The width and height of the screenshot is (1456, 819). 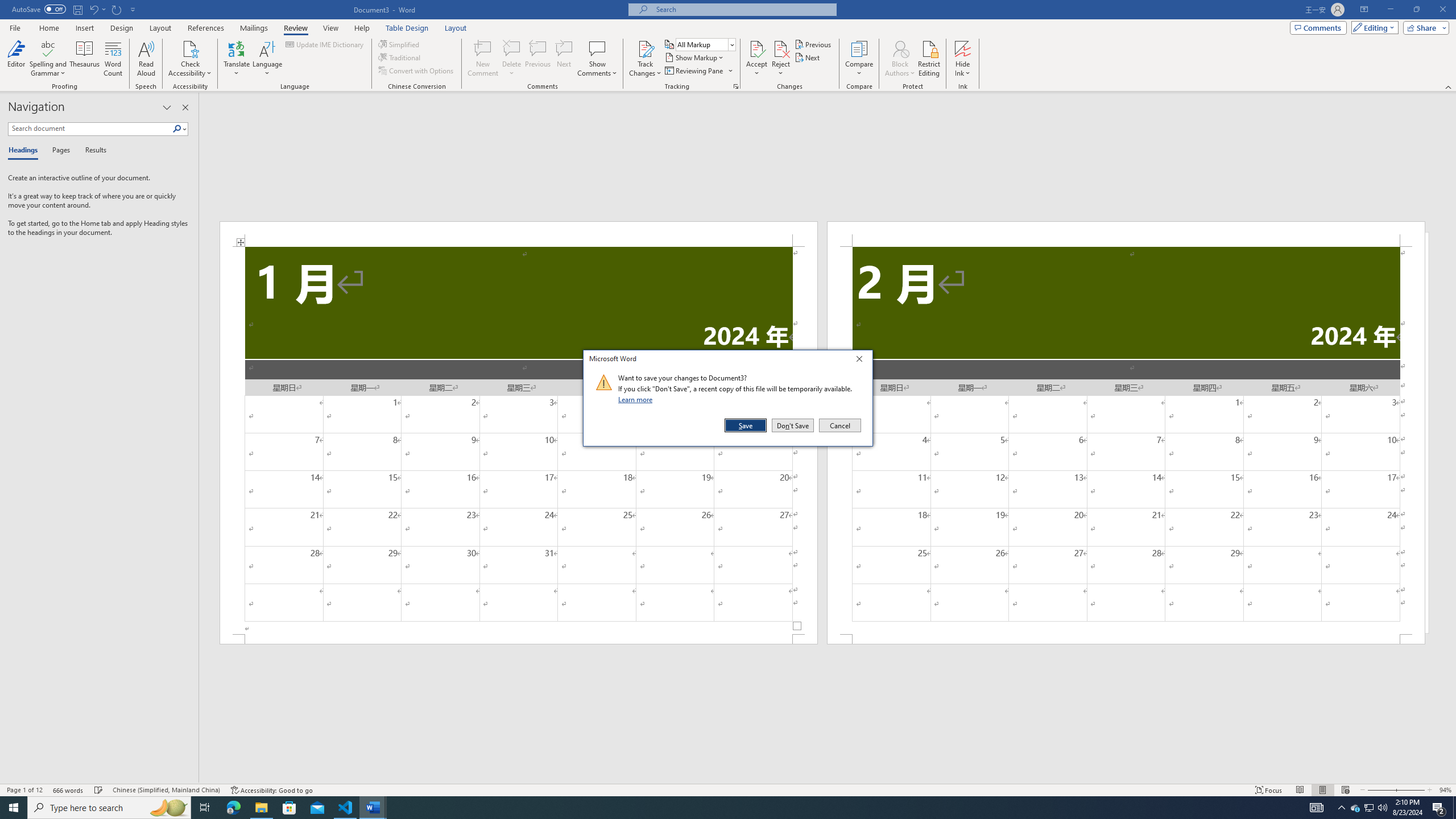 What do you see at coordinates (705, 44) in the screenshot?
I see `'Display for Review'` at bounding box center [705, 44].